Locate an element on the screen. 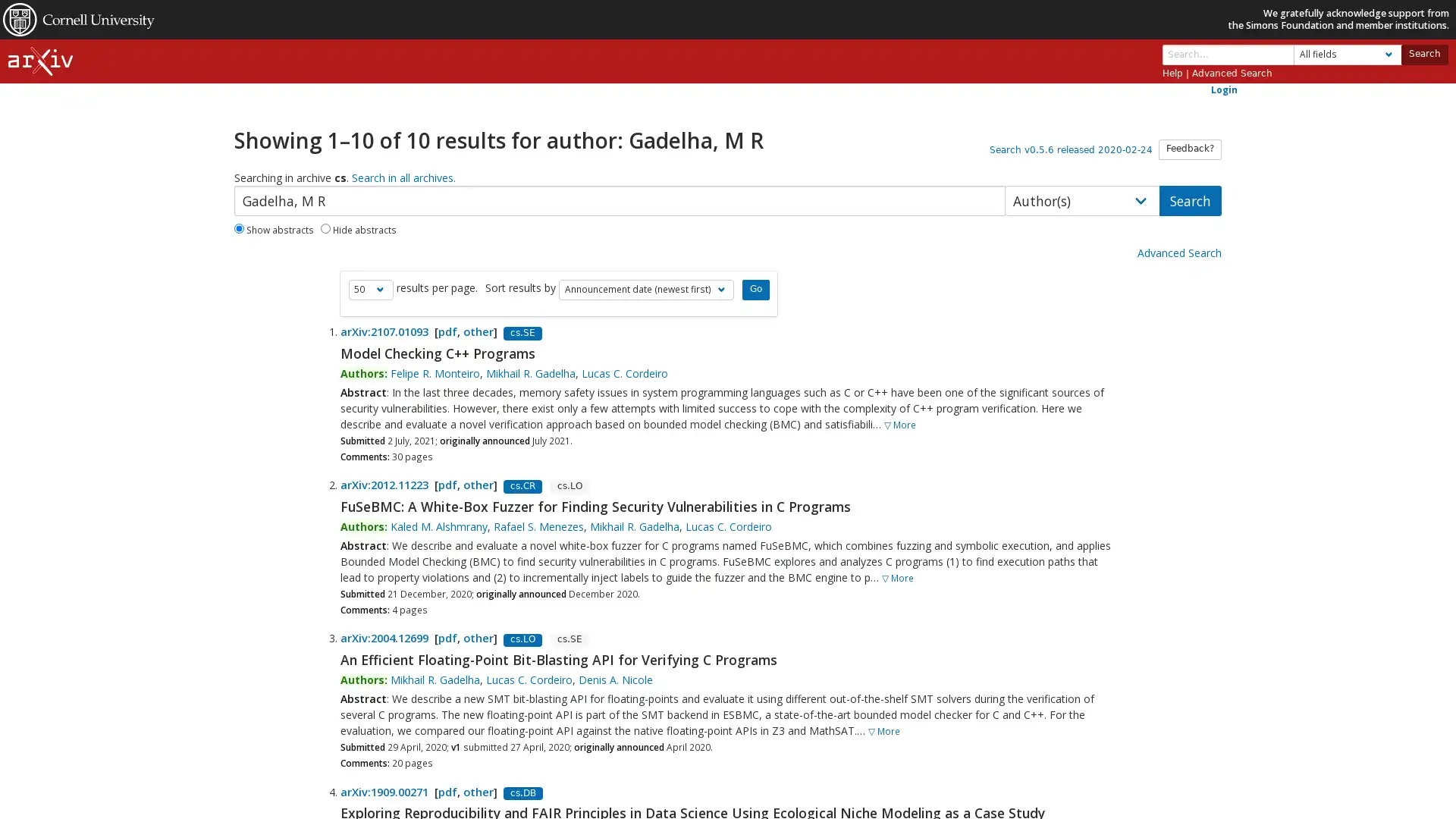 This screenshot has height=819, width=1456. Feedback? is located at coordinates (1189, 149).